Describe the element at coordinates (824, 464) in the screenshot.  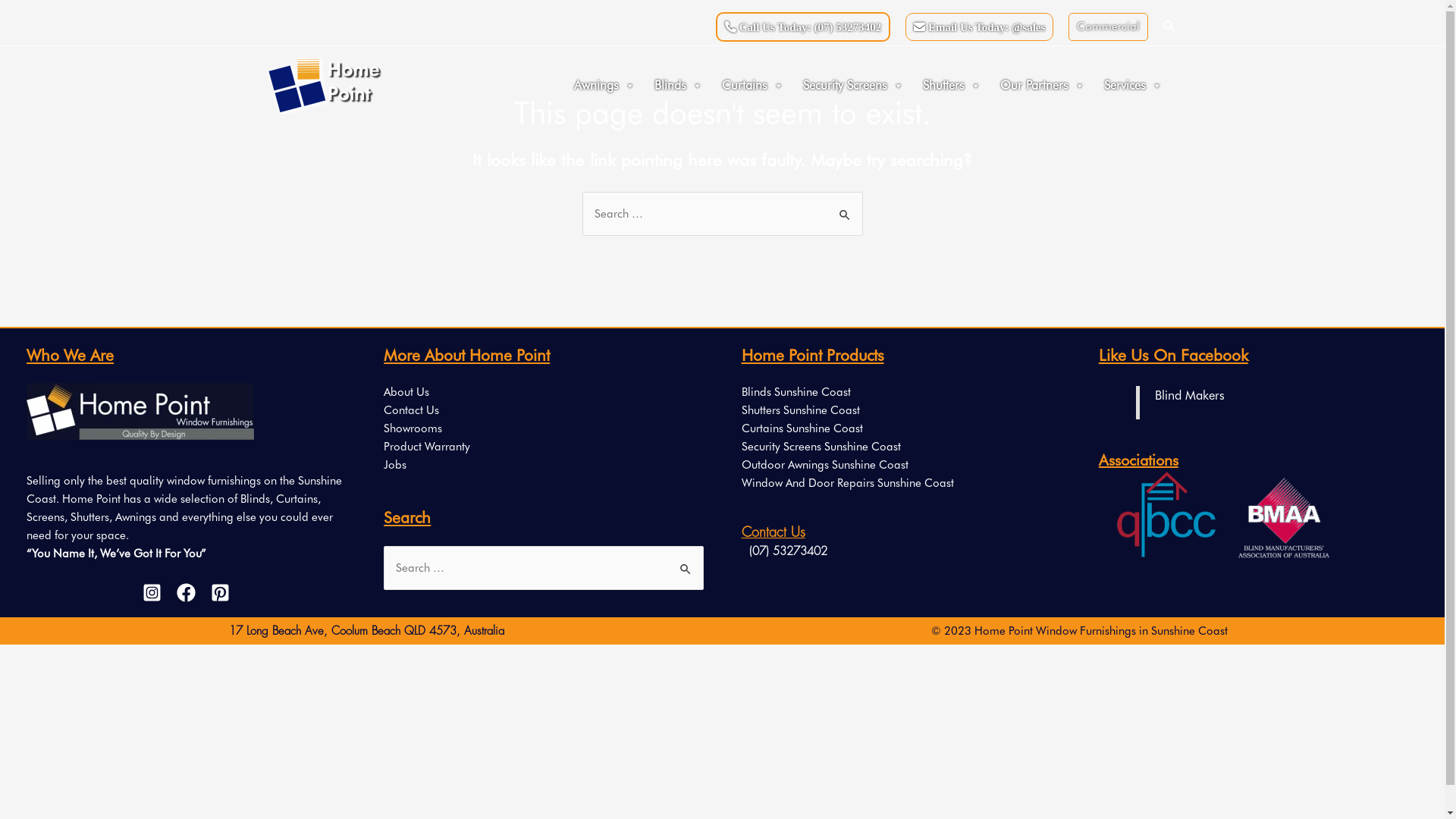
I see `'Outdoor Awnings Sunshine Coast'` at that location.